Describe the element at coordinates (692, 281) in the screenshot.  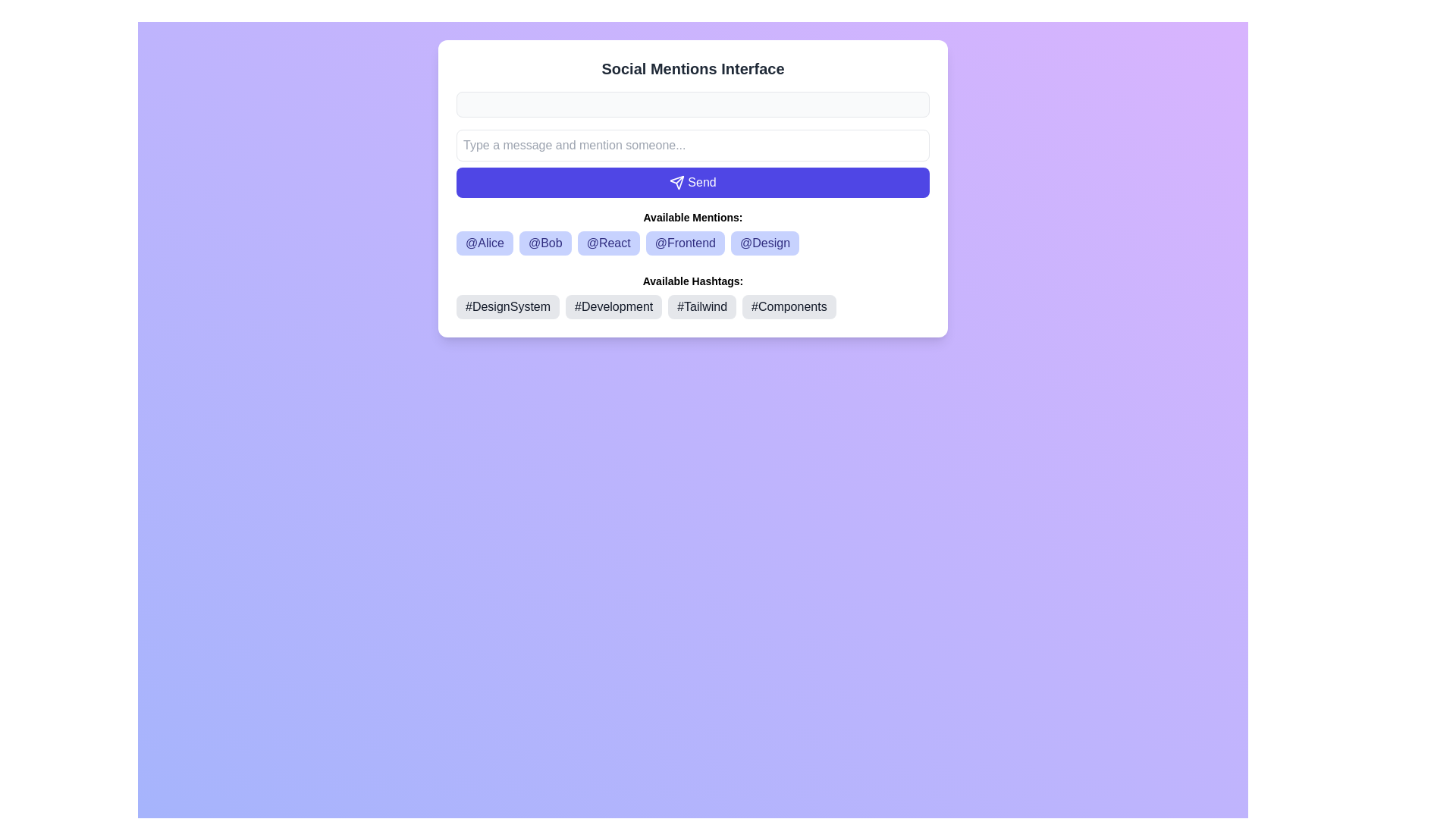
I see `text displayed in the Text Display element that shows 'Available Hashtags:' located centrally beneath the mentions list and above the hashtags list` at that location.